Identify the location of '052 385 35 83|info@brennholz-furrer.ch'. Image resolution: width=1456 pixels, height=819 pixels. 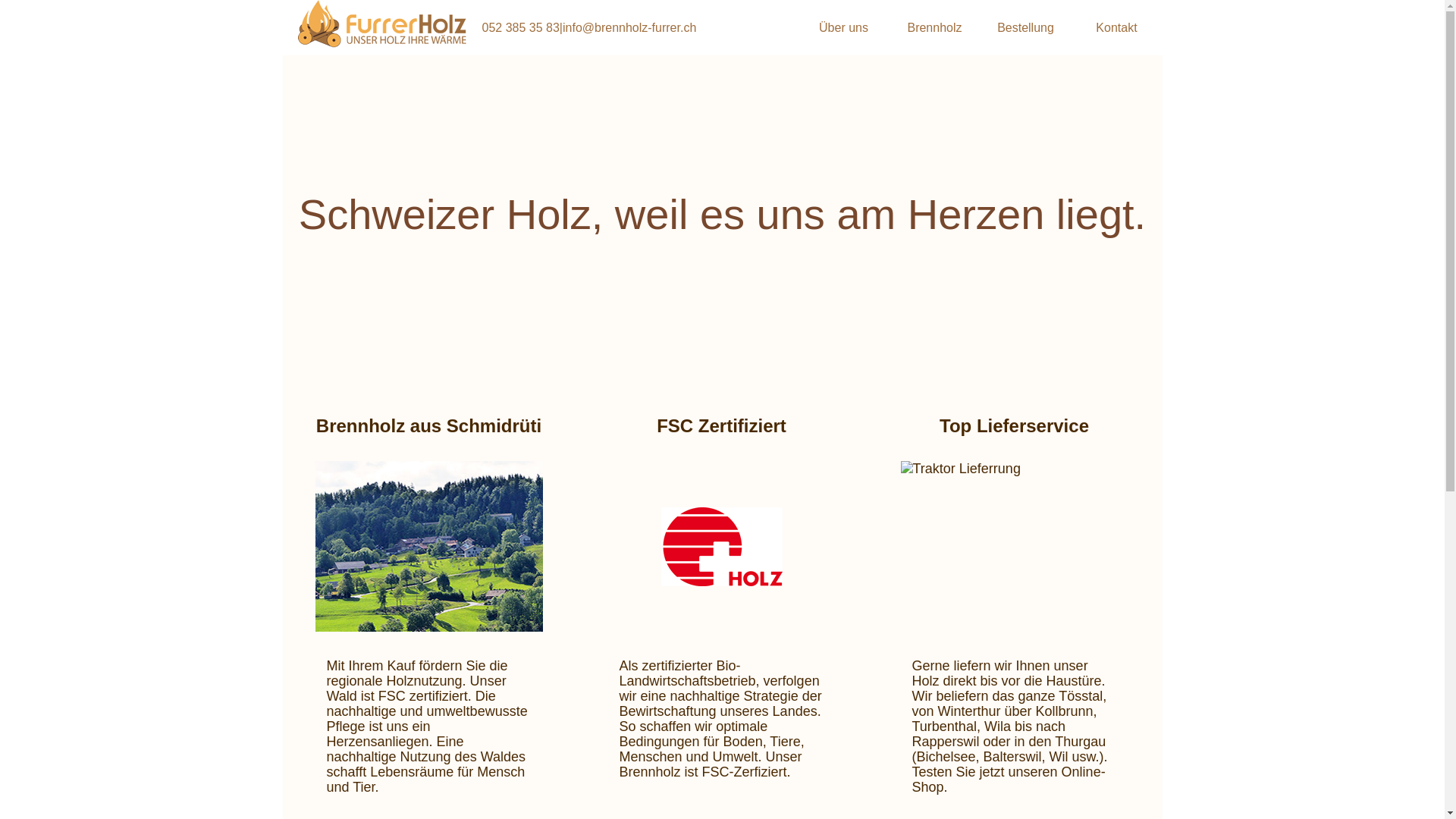
(588, 27).